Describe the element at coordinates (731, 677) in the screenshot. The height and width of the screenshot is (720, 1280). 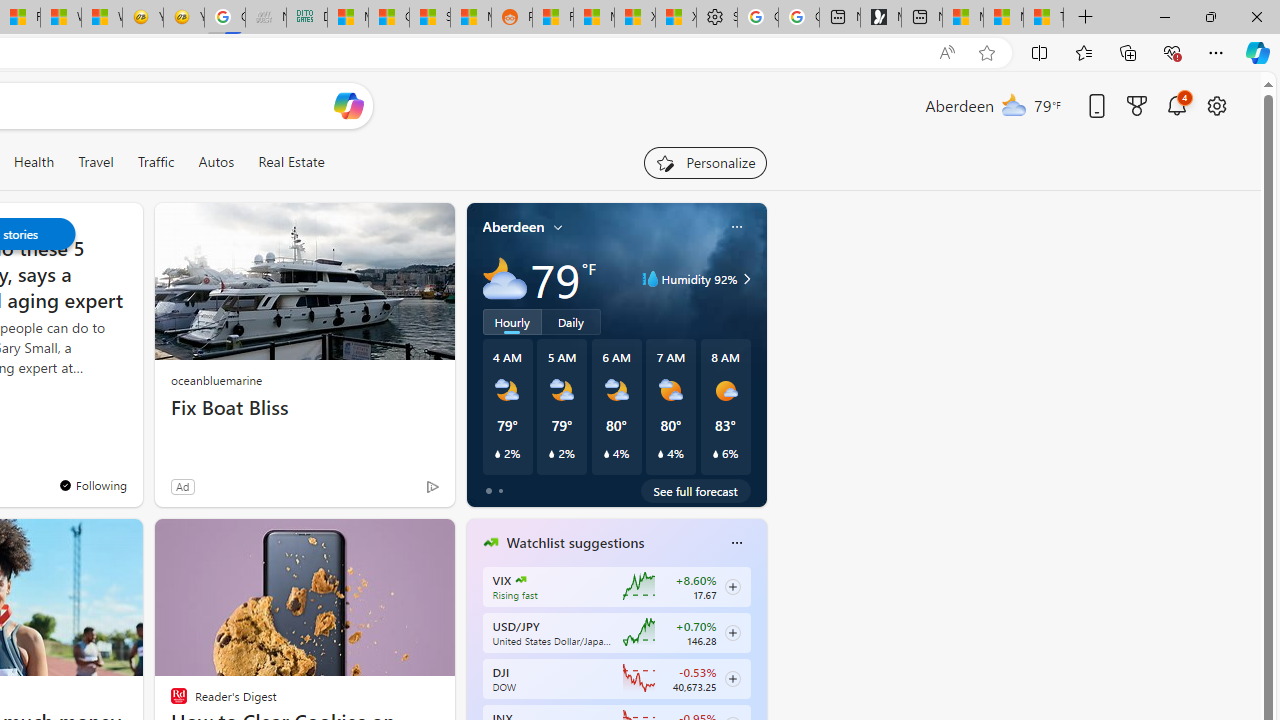
I see `'Class: follow-button  m'` at that location.